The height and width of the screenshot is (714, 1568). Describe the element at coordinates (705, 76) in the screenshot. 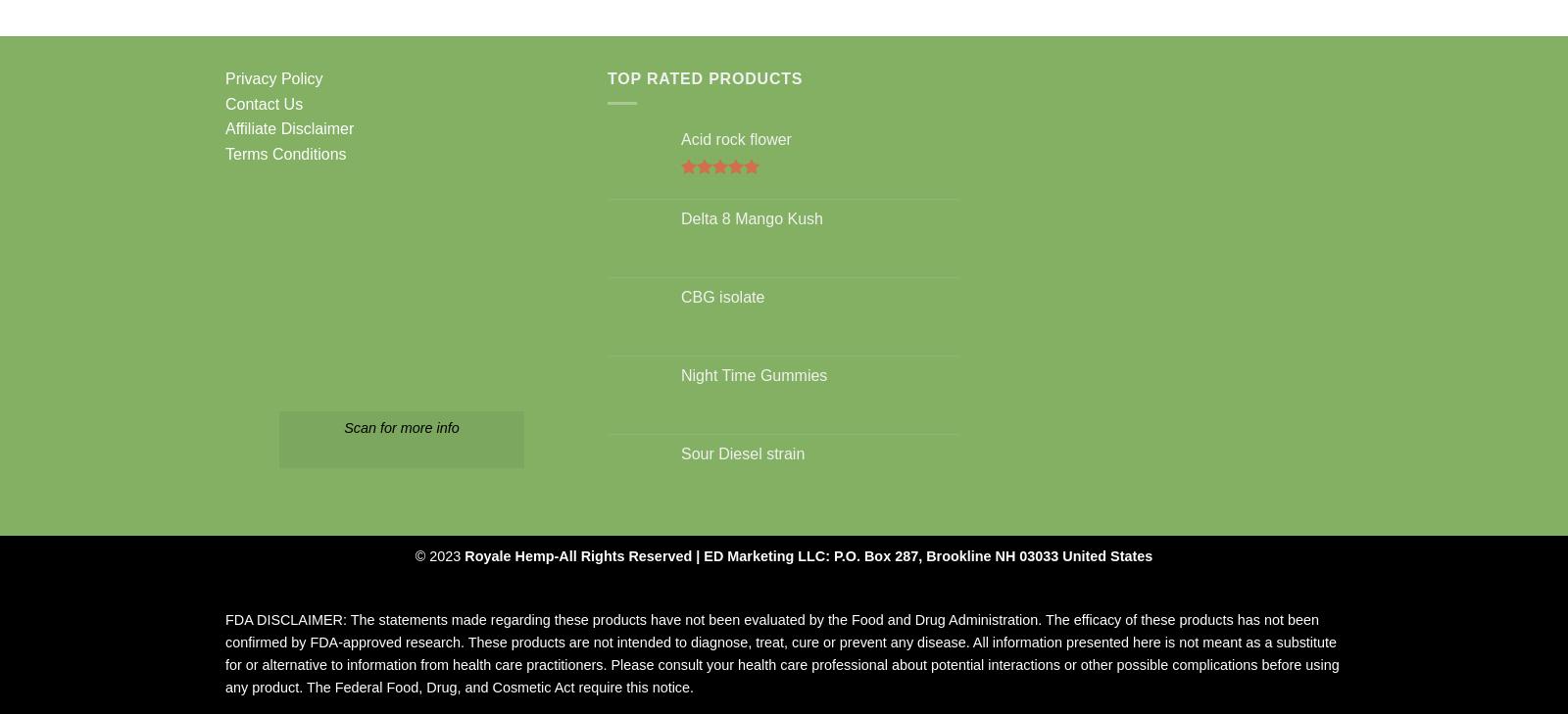

I see `'Top rated products'` at that location.